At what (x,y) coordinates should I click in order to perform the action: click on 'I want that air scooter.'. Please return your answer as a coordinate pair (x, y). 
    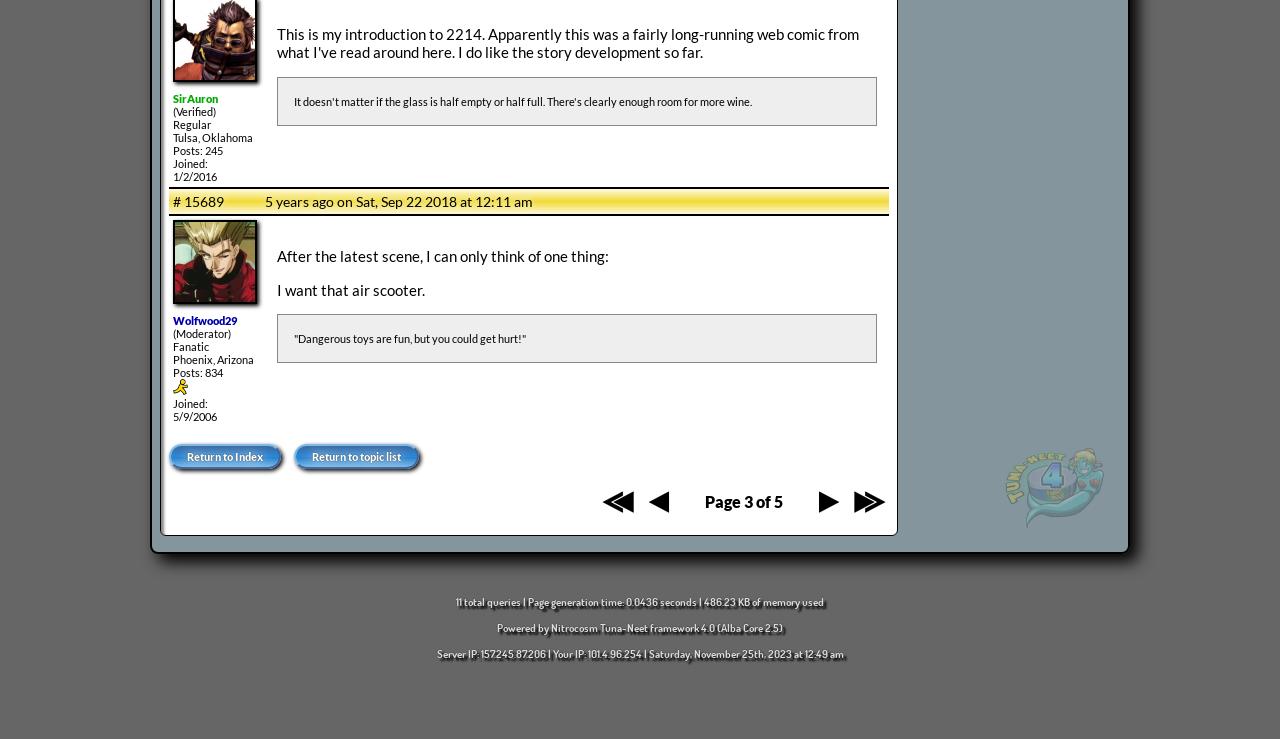
    Looking at the image, I should click on (350, 288).